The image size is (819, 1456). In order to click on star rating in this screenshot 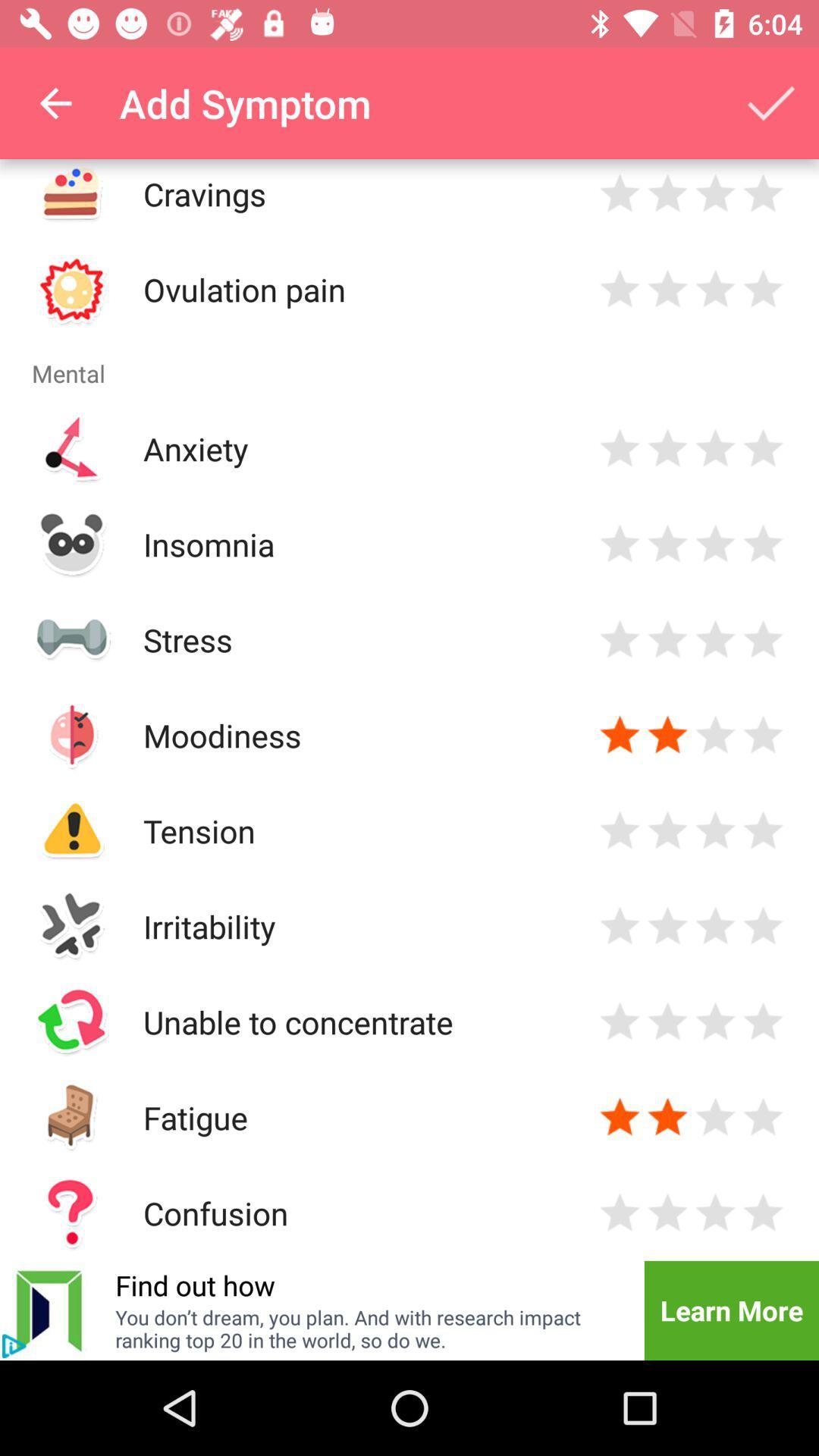, I will do `click(667, 639)`.